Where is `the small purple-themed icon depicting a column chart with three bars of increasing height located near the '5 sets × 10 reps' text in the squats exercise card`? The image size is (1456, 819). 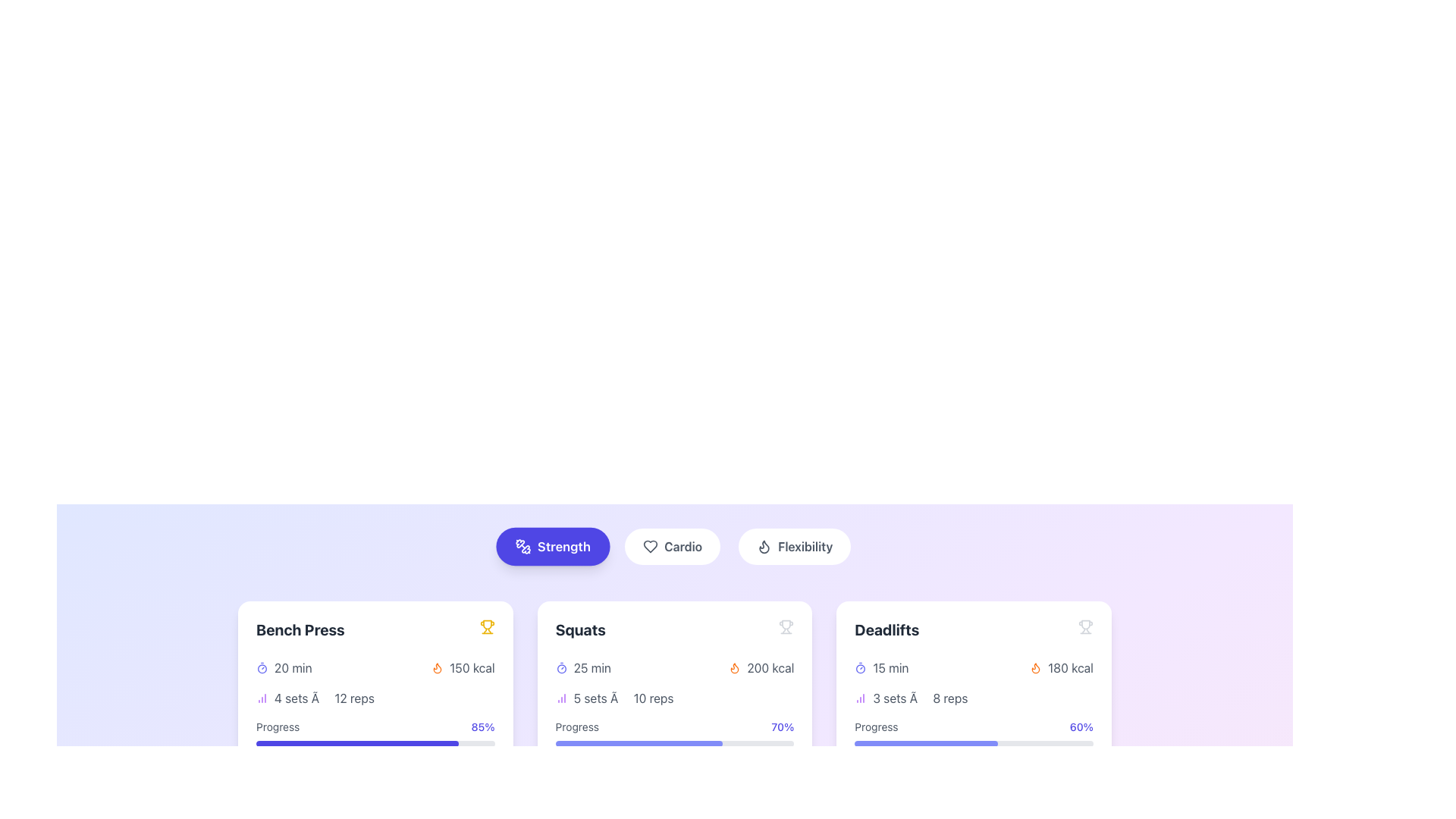
the small purple-themed icon depicting a column chart with three bars of increasing height located near the '5 sets × 10 reps' text in the squats exercise card is located at coordinates (560, 698).